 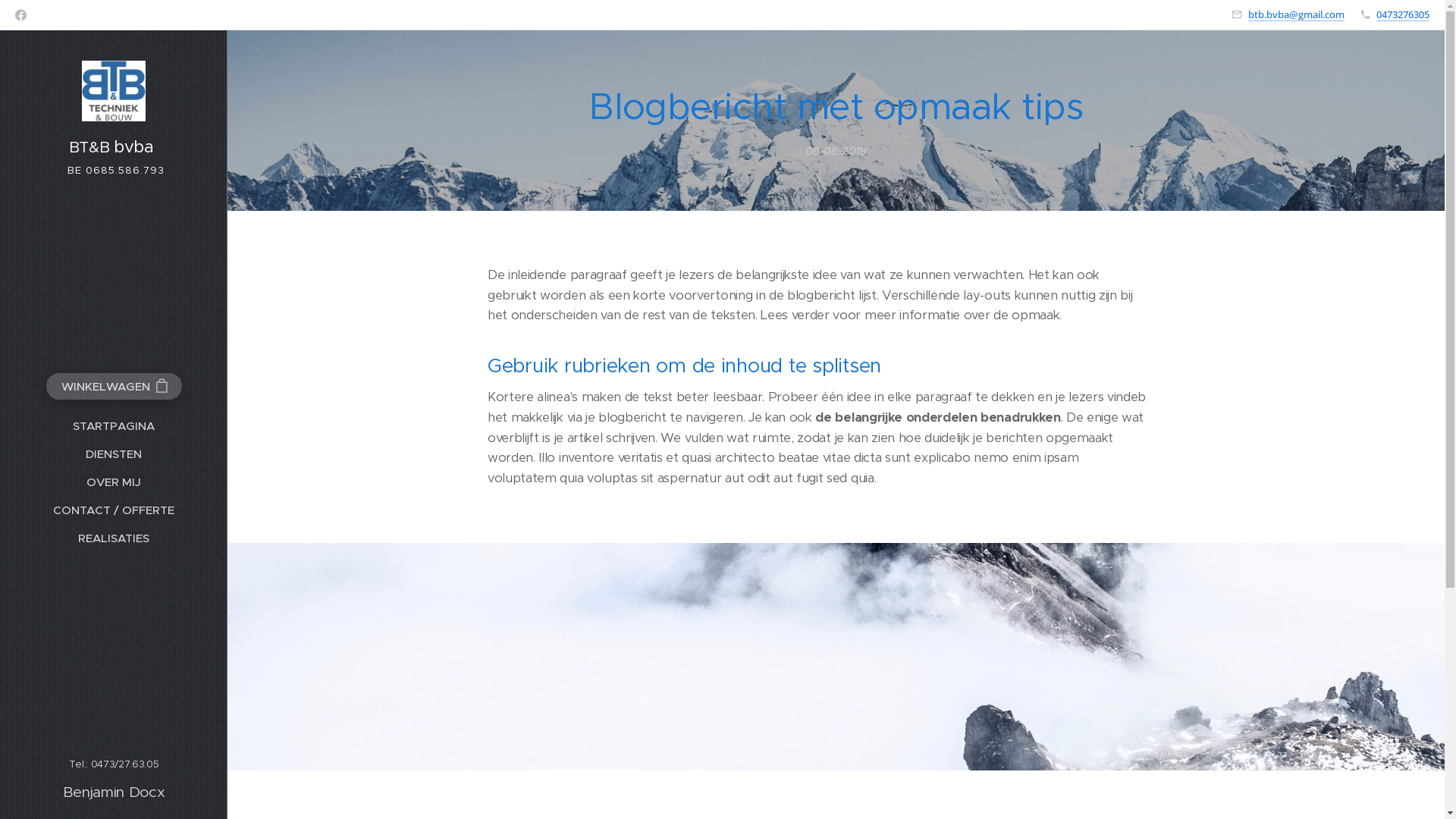 What do you see at coordinates (112, 453) in the screenshot?
I see `'DIENSTEN'` at bounding box center [112, 453].